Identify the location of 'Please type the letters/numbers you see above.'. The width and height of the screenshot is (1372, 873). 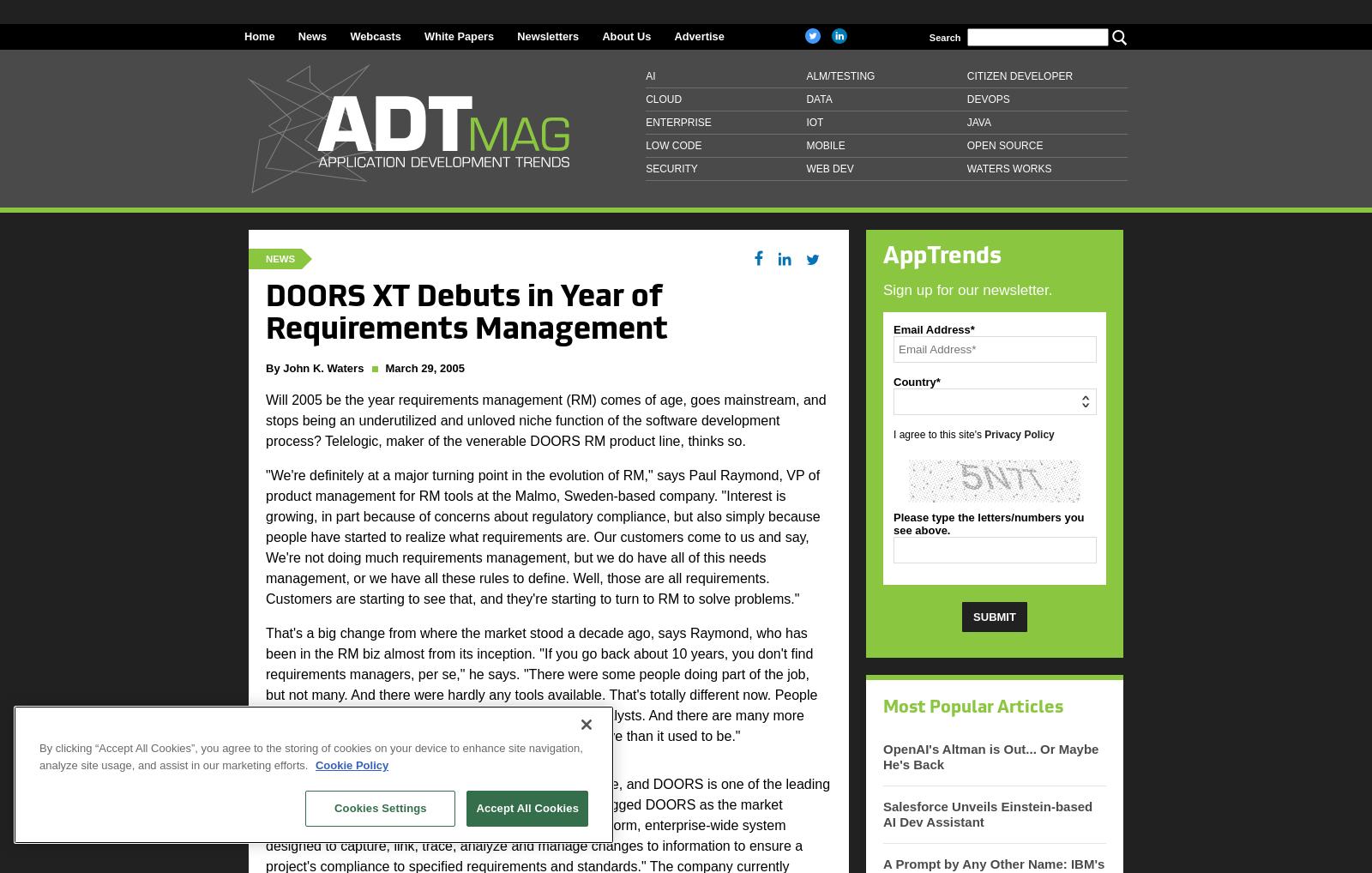
(893, 522).